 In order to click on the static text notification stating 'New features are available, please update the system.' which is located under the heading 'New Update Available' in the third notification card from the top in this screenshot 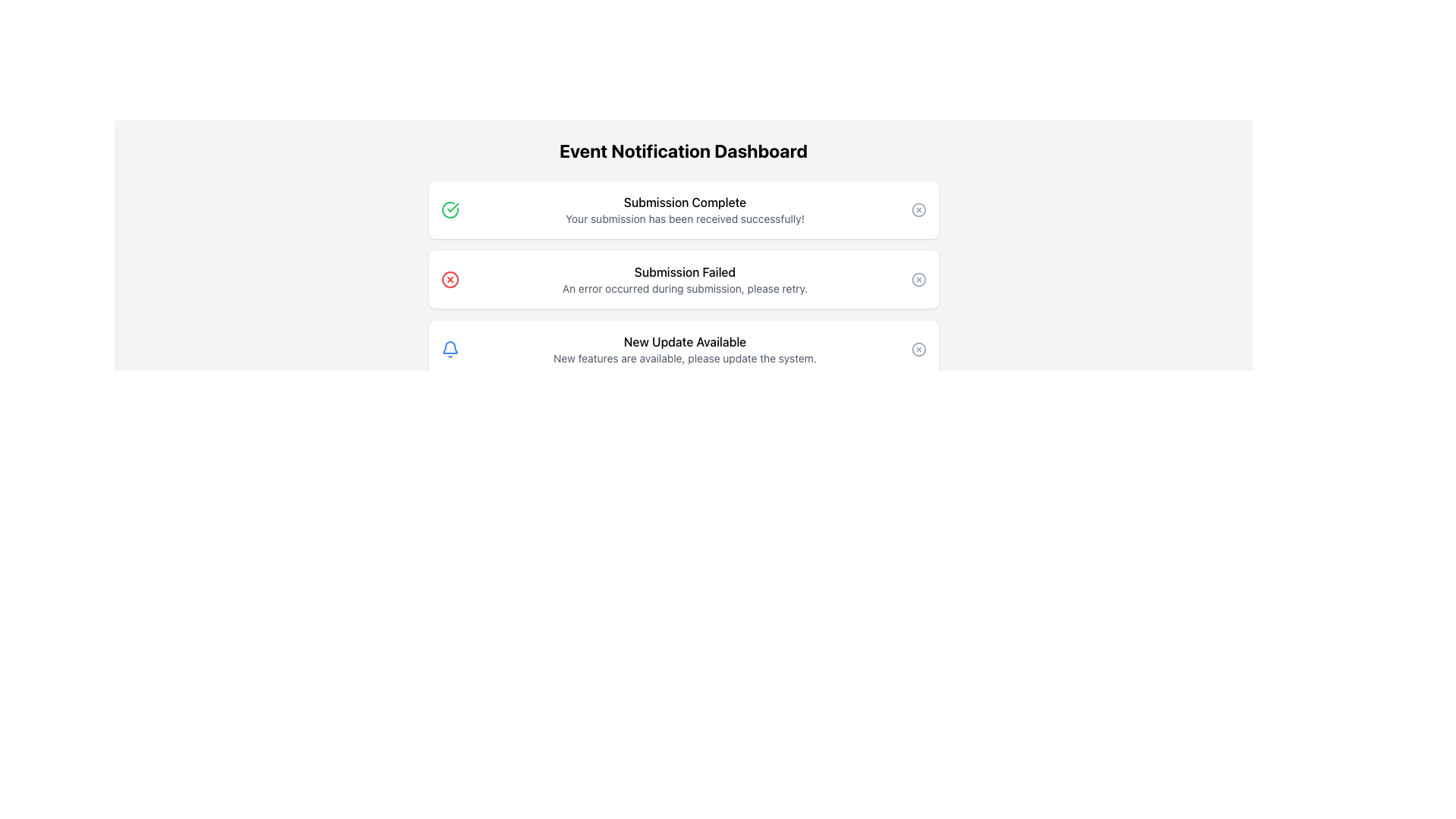, I will do `click(684, 359)`.